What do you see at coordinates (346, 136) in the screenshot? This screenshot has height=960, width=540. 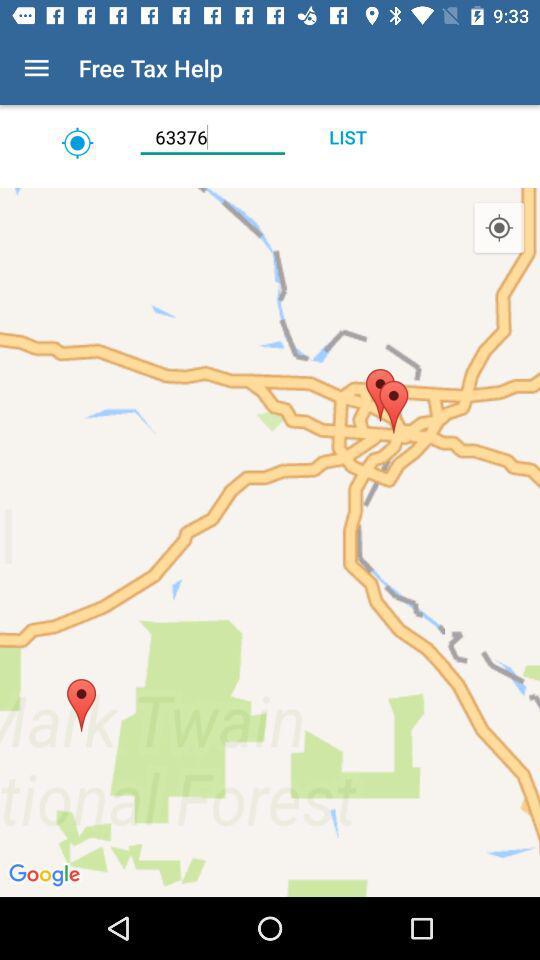 I see `icon to the right of the 63376 icon` at bounding box center [346, 136].